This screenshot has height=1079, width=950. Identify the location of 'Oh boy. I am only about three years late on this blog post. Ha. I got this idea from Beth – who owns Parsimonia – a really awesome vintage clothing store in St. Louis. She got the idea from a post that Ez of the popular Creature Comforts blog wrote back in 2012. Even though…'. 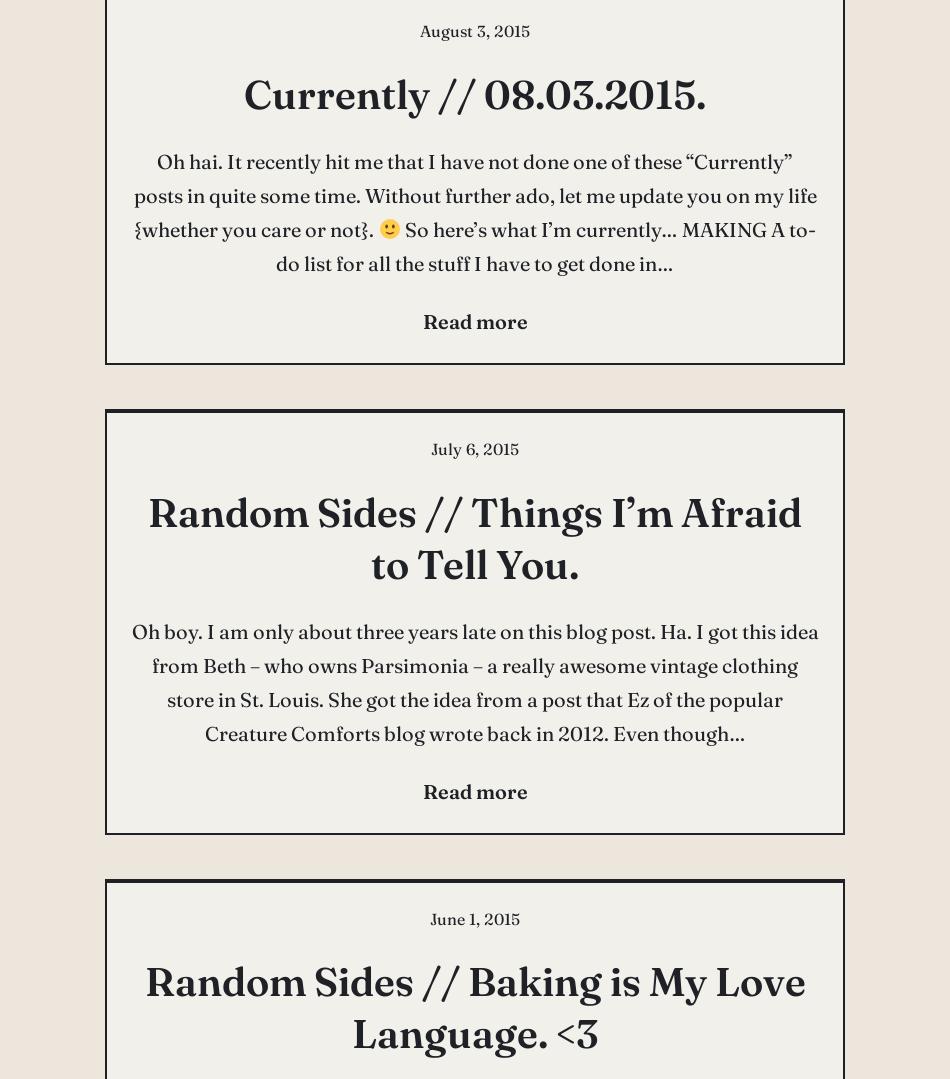
(473, 681).